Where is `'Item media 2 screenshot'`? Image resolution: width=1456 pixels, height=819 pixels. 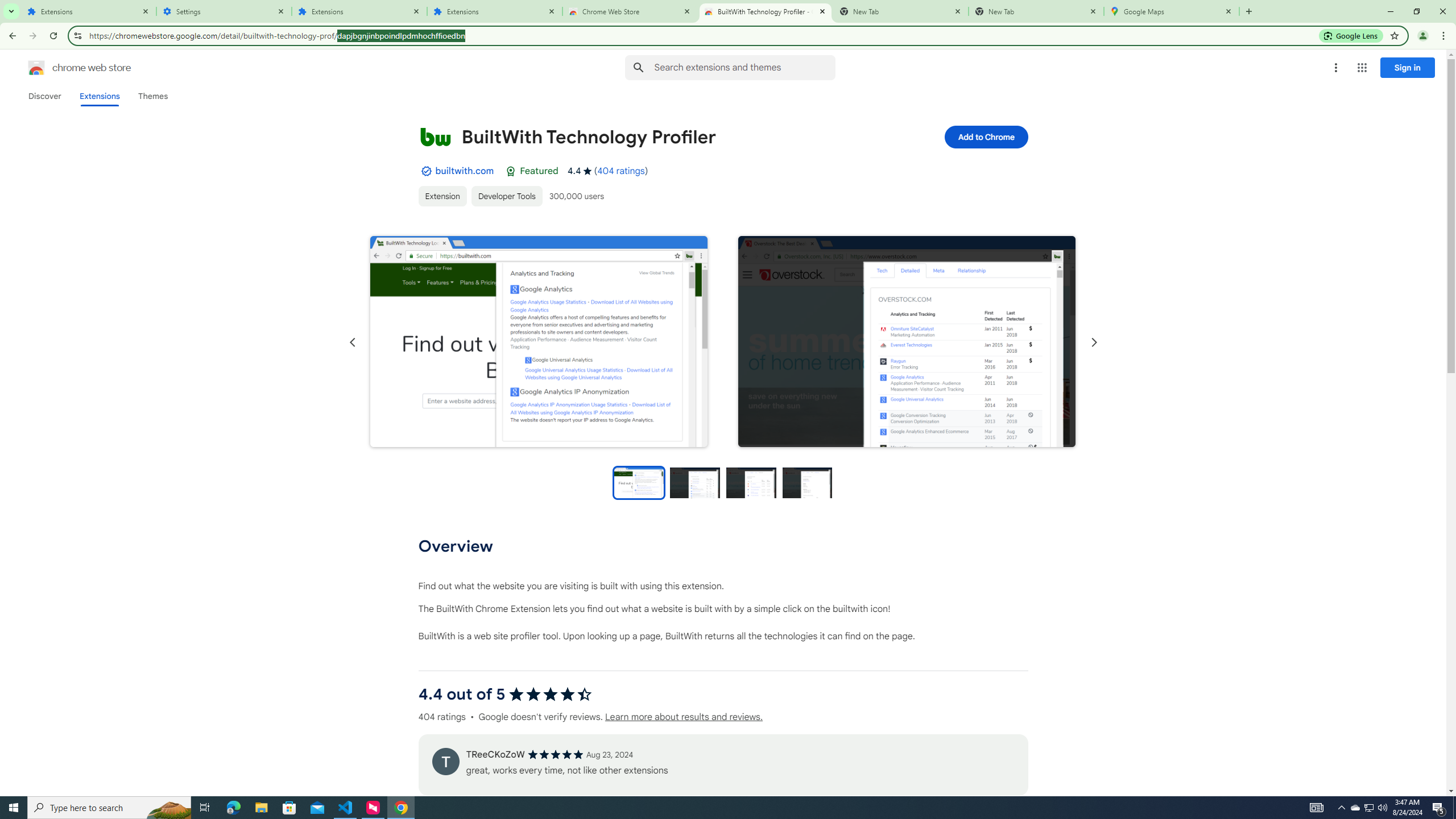 'Item media 2 screenshot' is located at coordinates (906, 341).